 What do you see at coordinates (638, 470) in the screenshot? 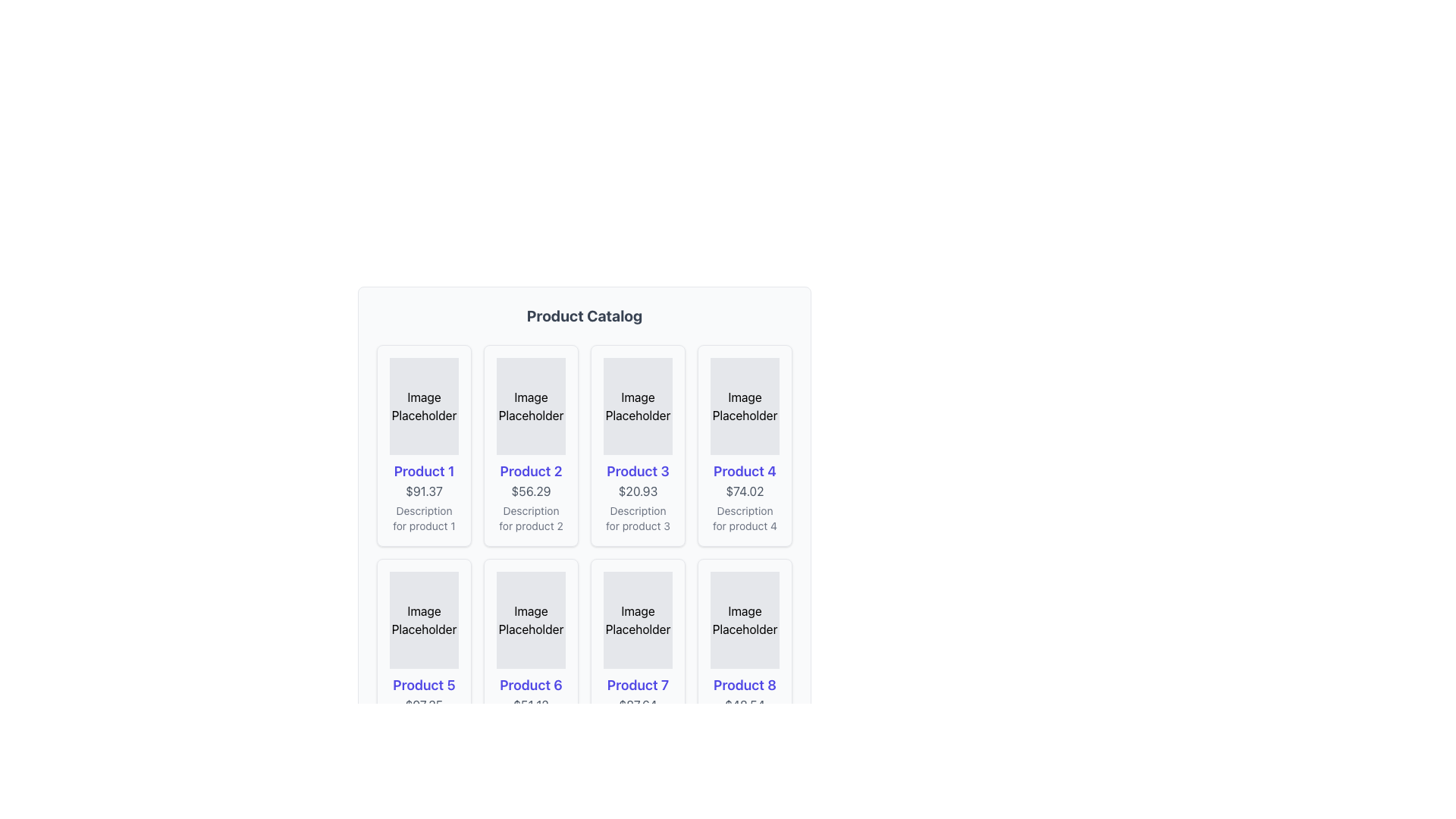
I see `the text label displaying 'Product 3', which is styled in bold indigo blue and located below an image placeholder, above the price and description of the product` at bounding box center [638, 470].